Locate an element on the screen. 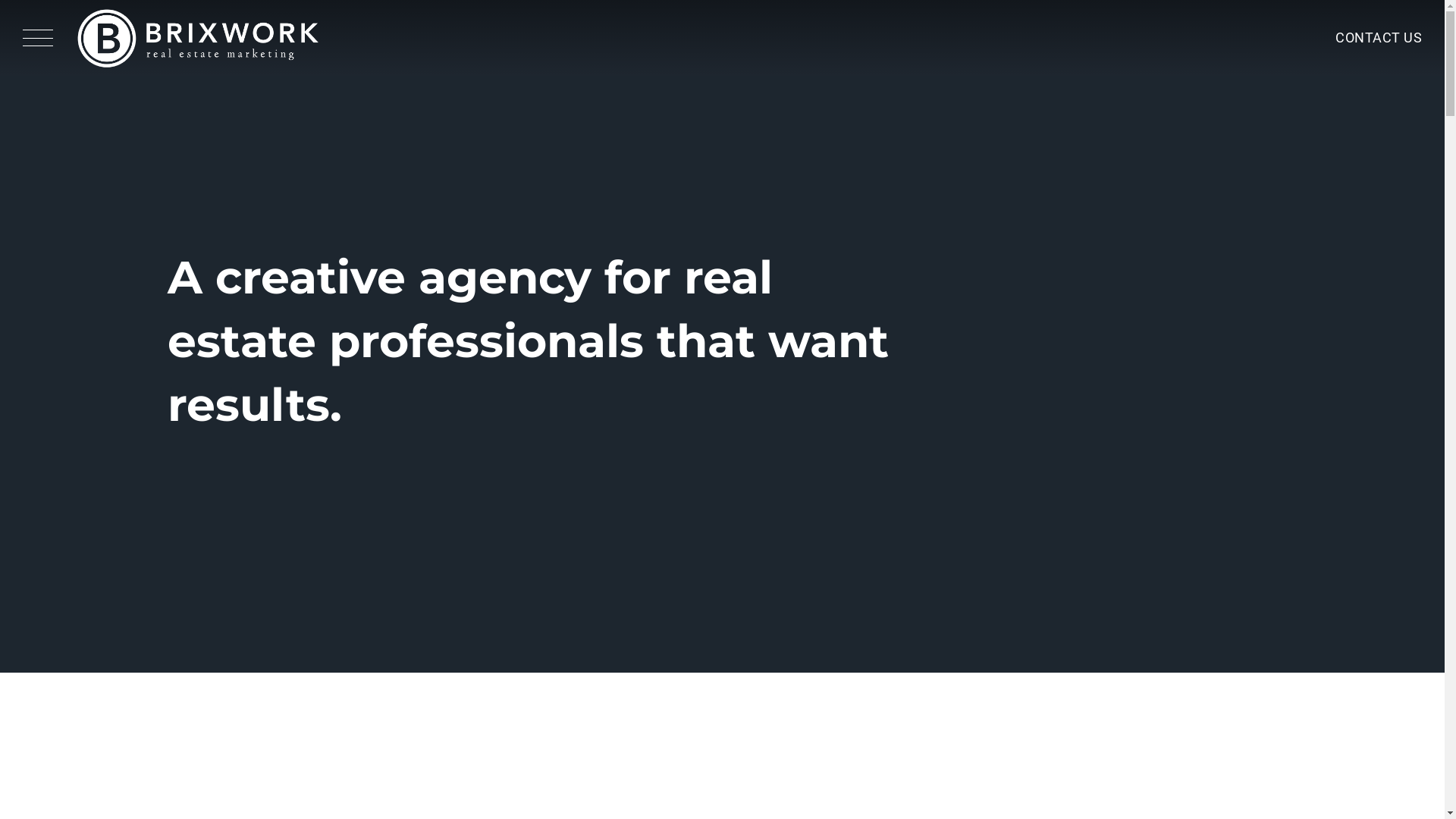 This screenshot has width=1456, height=819. 'CONTACT US' is located at coordinates (1379, 37).